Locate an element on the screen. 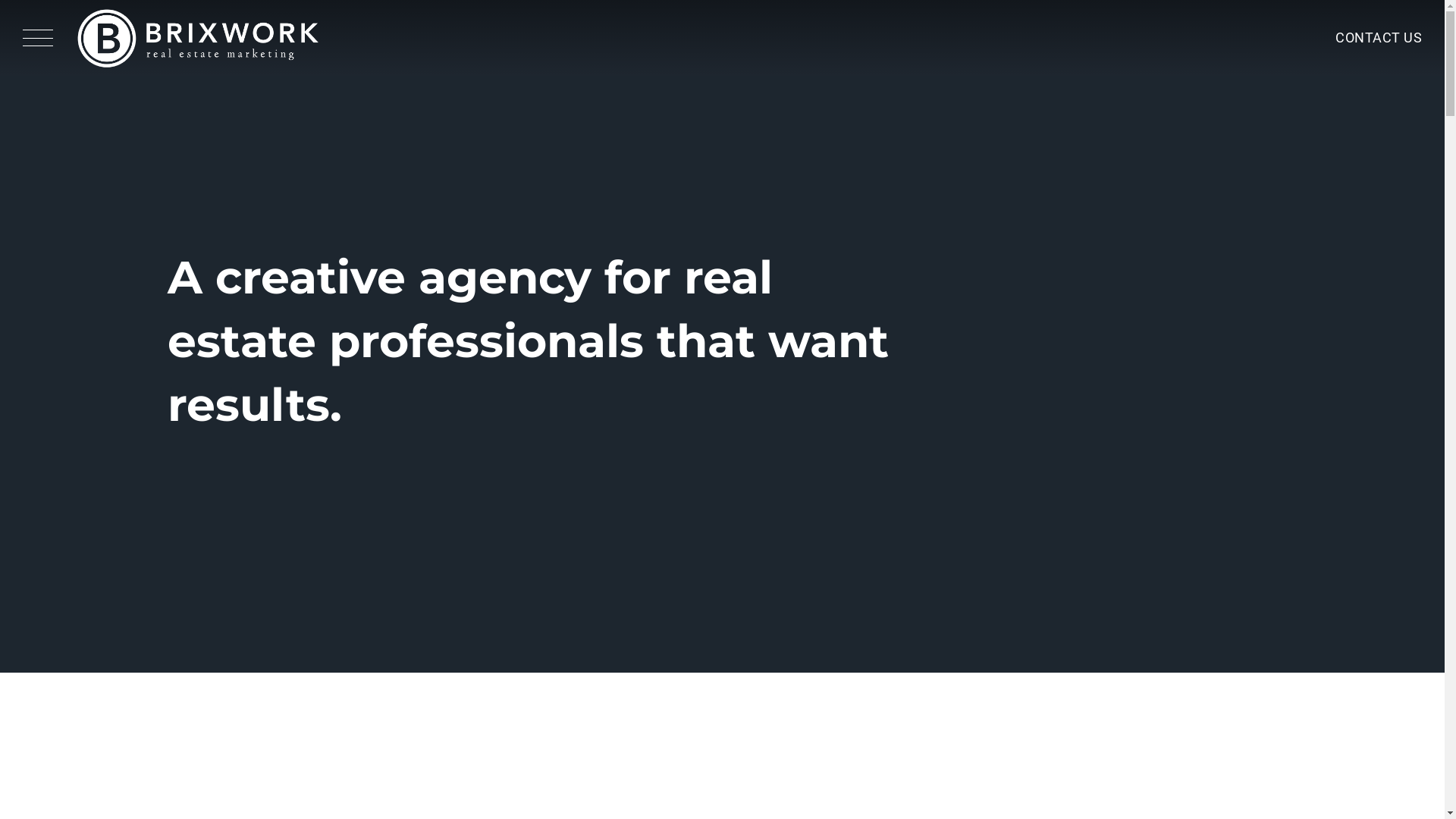 This screenshot has width=1456, height=819. 'CONTACT US' is located at coordinates (1379, 37).